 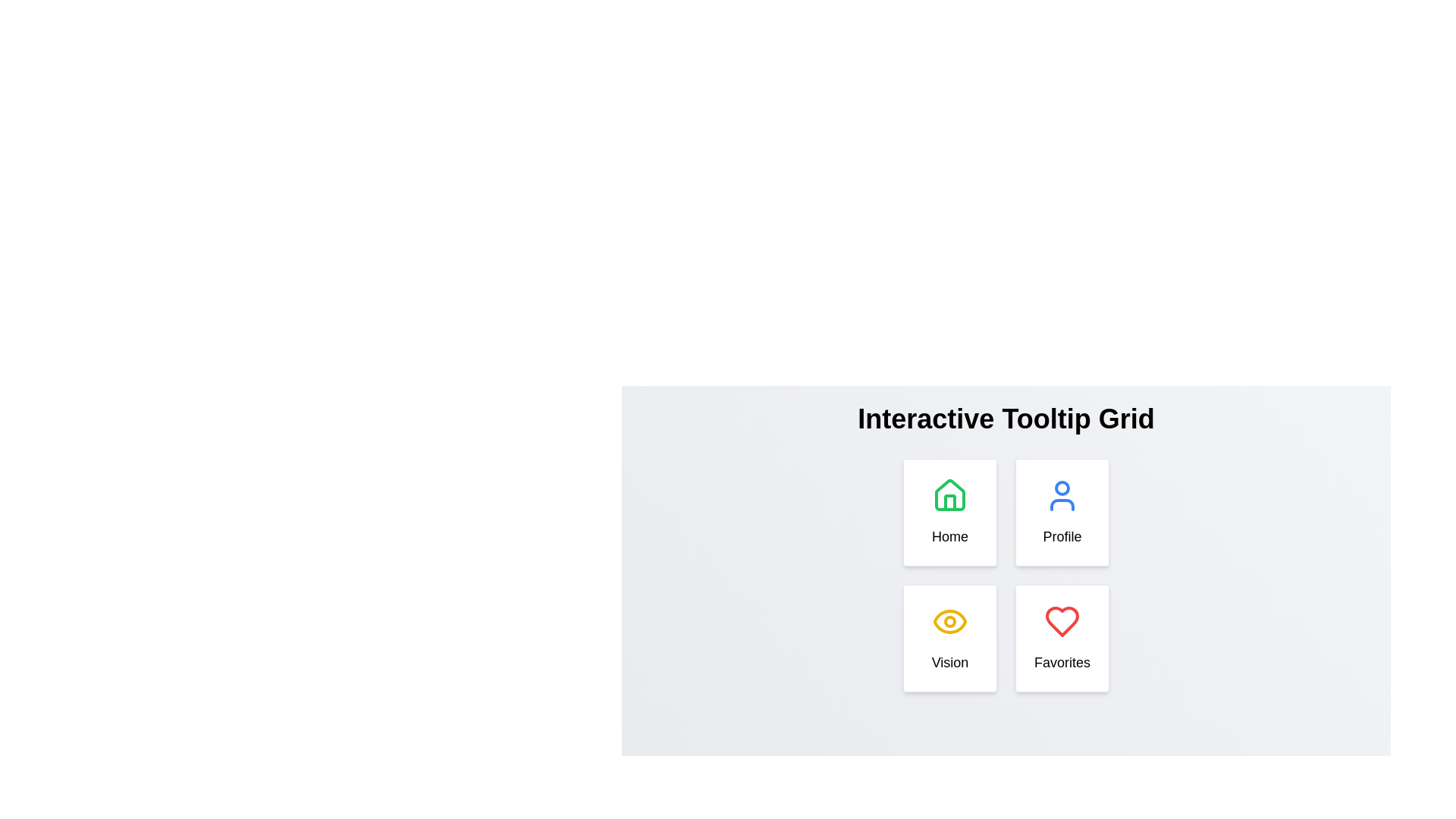 What do you see at coordinates (1062, 622) in the screenshot?
I see `the heart icon representing the 'Favorites' feature, which is located in the bottom-right corner of a 2x2 grid layout, above the 'Favorites' label` at bounding box center [1062, 622].